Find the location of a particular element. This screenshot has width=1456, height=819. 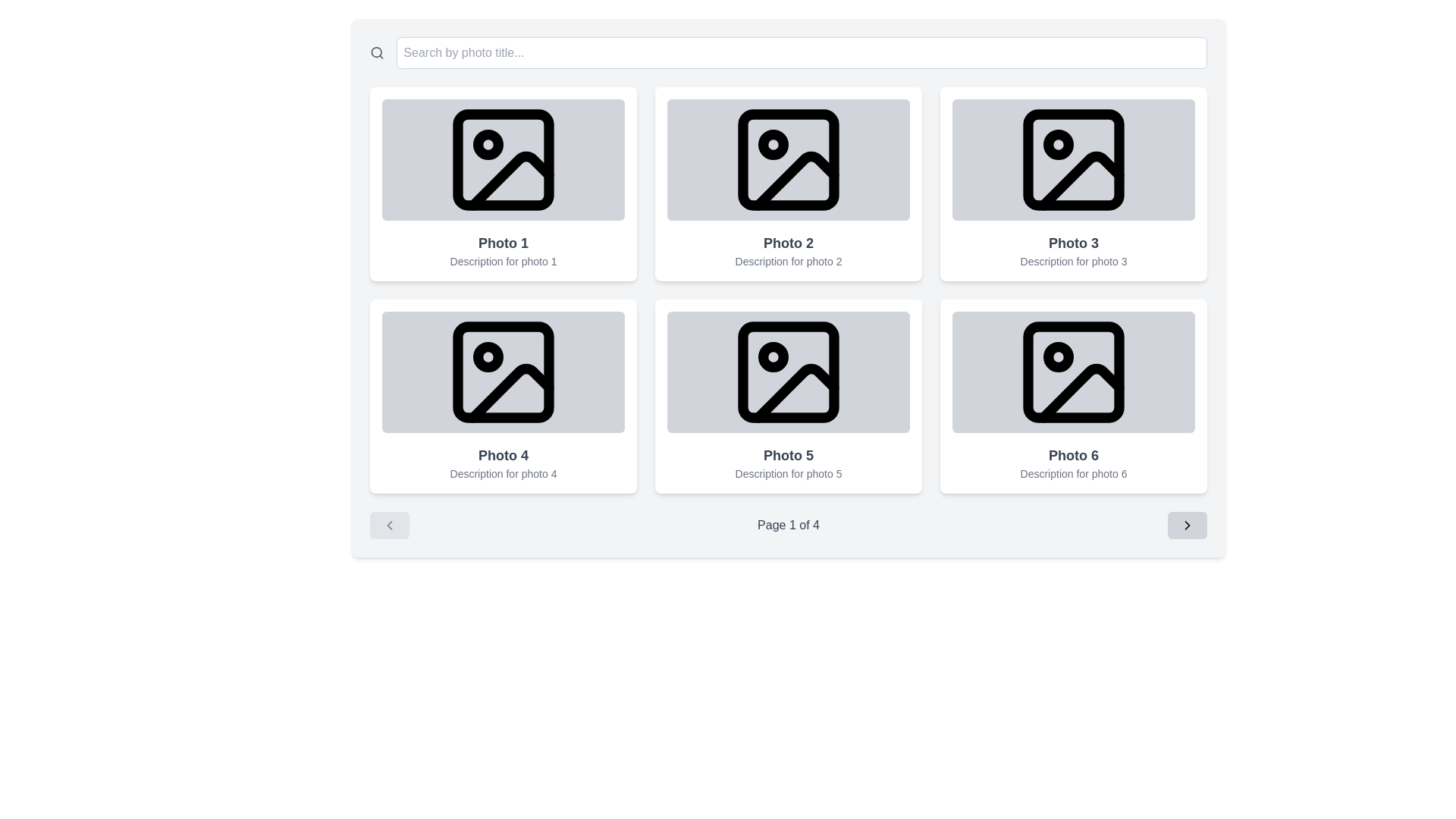

the text label reading 'Description for photo 4', which is styled in a small font size and gray color, located below the 'Photo 4' label within the card layout is located at coordinates (503, 472).